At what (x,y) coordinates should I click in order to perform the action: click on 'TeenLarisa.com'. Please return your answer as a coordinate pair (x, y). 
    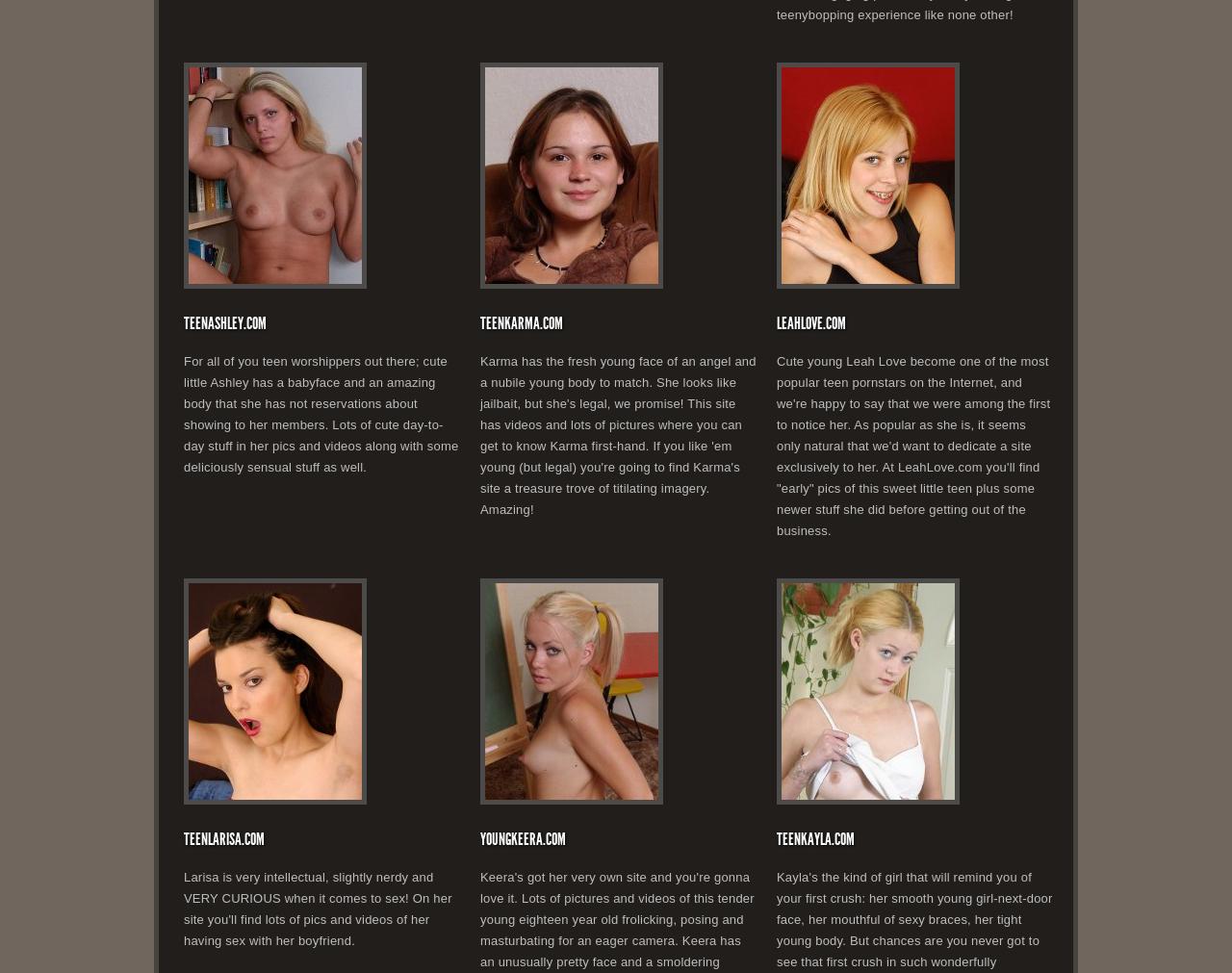
    Looking at the image, I should click on (223, 838).